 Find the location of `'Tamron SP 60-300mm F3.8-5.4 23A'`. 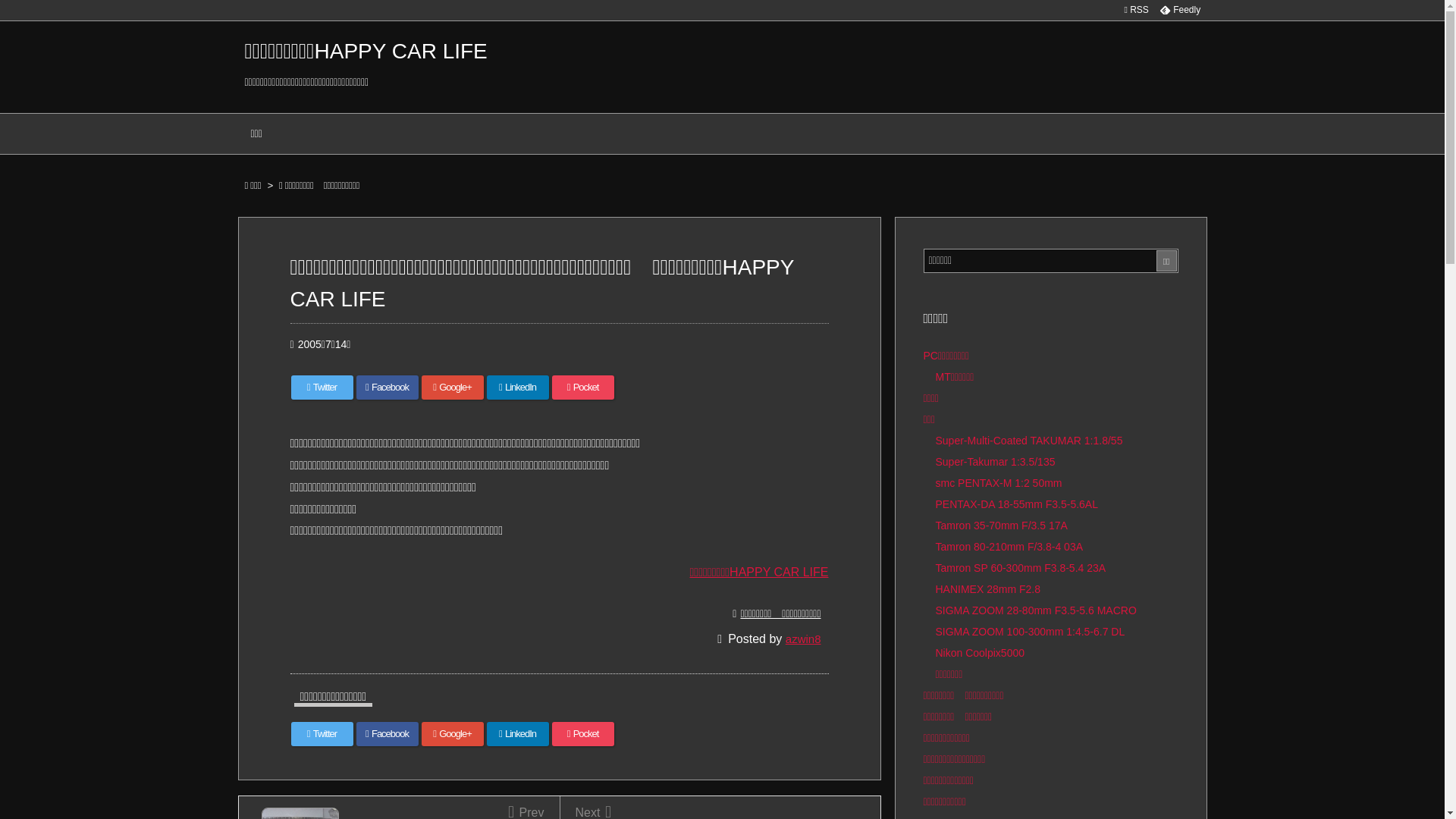

'Tamron SP 60-300mm F3.8-5.4 23A' is located at coordinates (1021, 567).